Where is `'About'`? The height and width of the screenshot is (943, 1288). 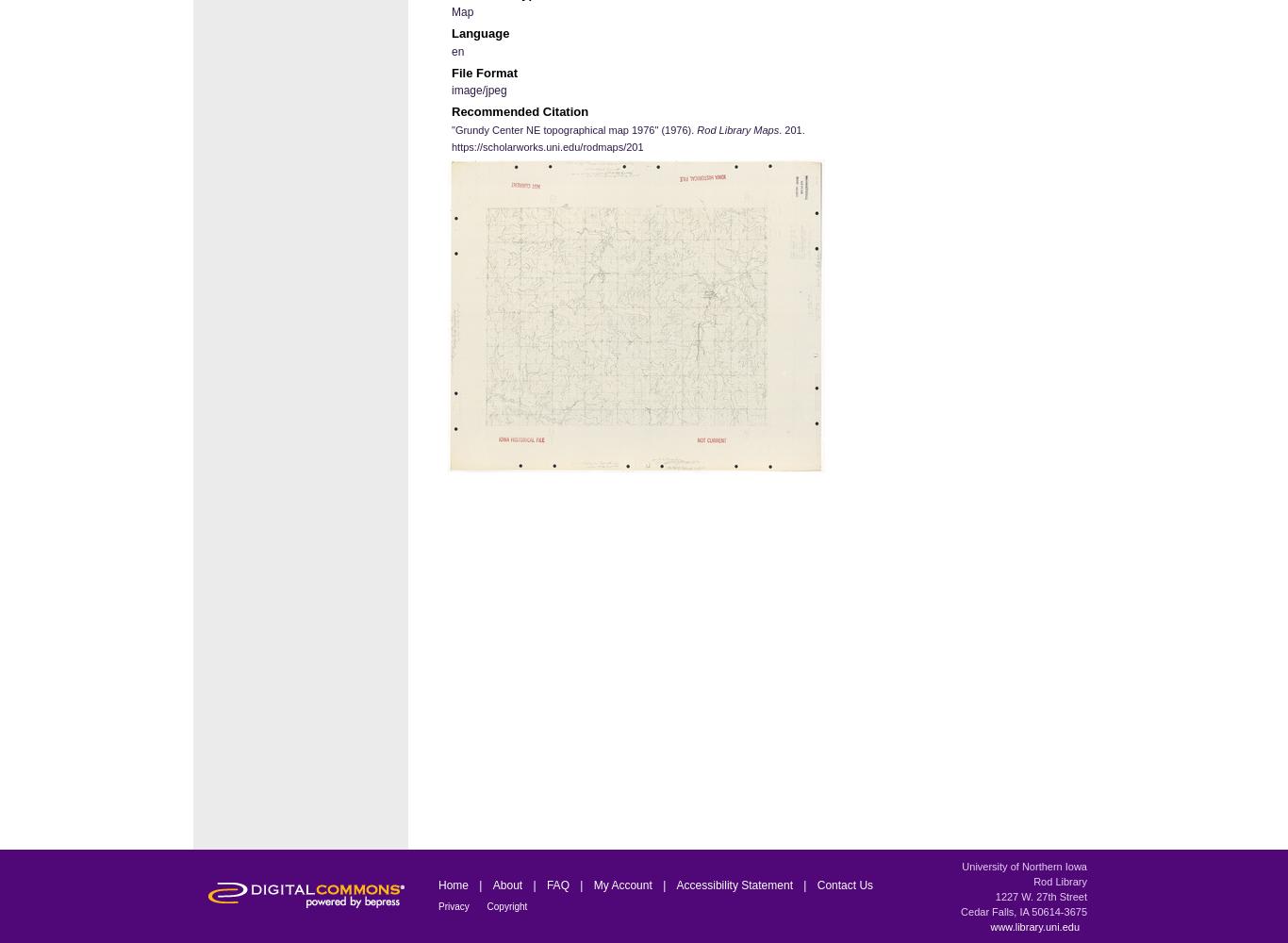 'About' is located at coordinates (508, 885).